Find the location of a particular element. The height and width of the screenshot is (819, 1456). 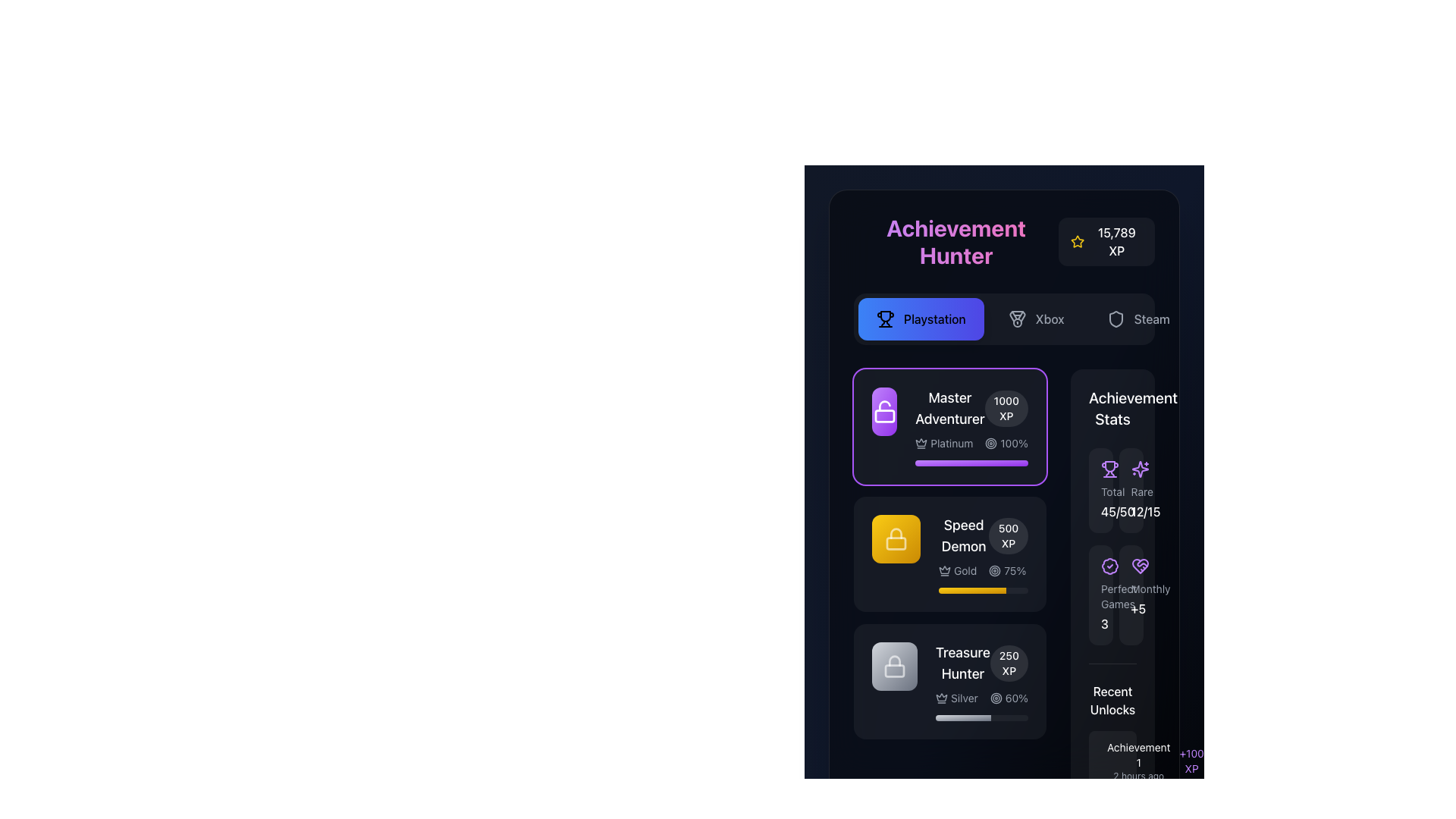

the text label displaying '15,789 XP' in white font, located in the top-right corner of a rounded rectangular box with a dark background is located at coordinates (1116, 241).